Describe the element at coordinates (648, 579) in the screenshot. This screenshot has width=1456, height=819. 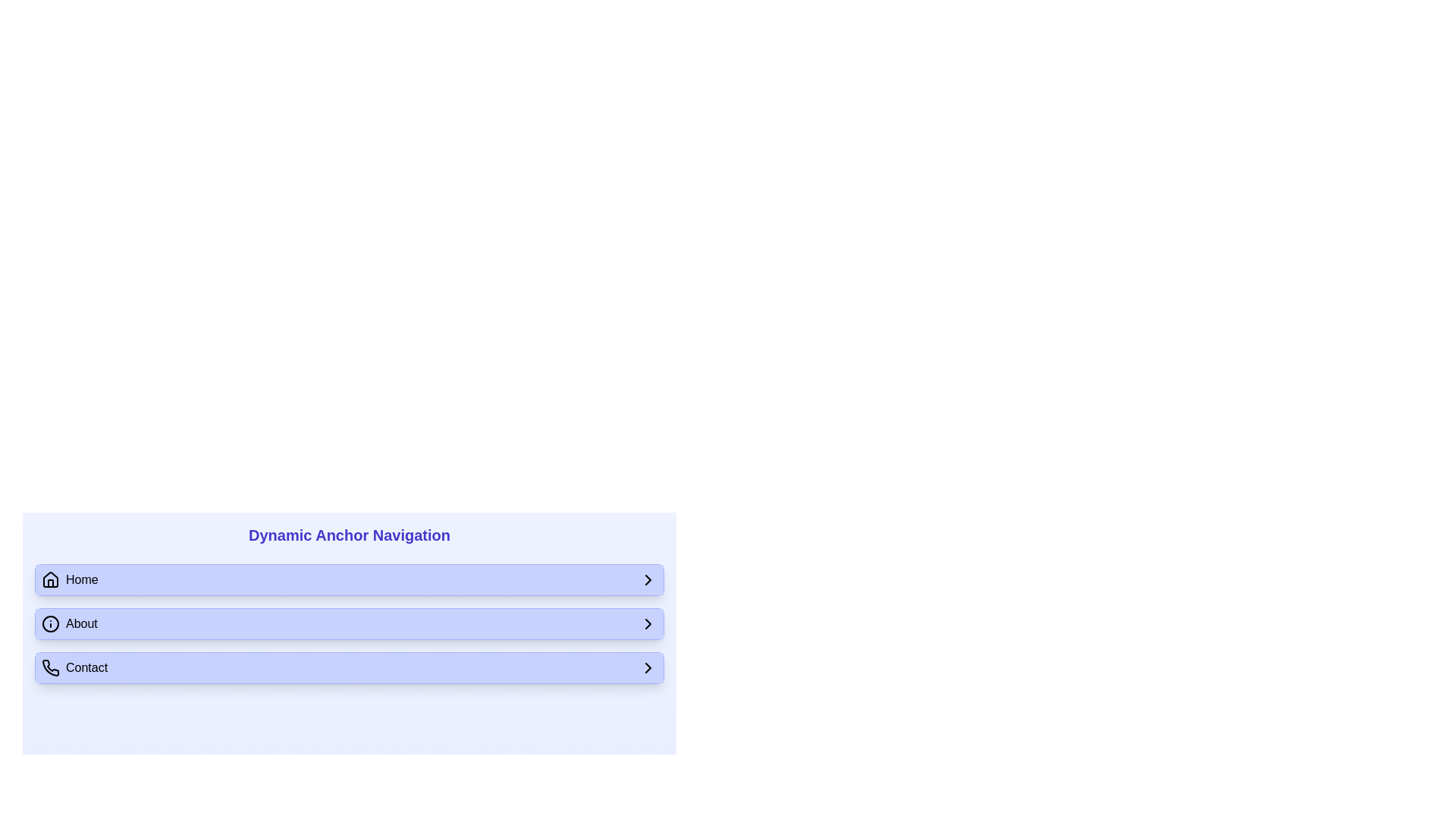
I see `the right-pointing chevron icon displayed in black, located on the far-right end of the blue 'Home' button` at that location.